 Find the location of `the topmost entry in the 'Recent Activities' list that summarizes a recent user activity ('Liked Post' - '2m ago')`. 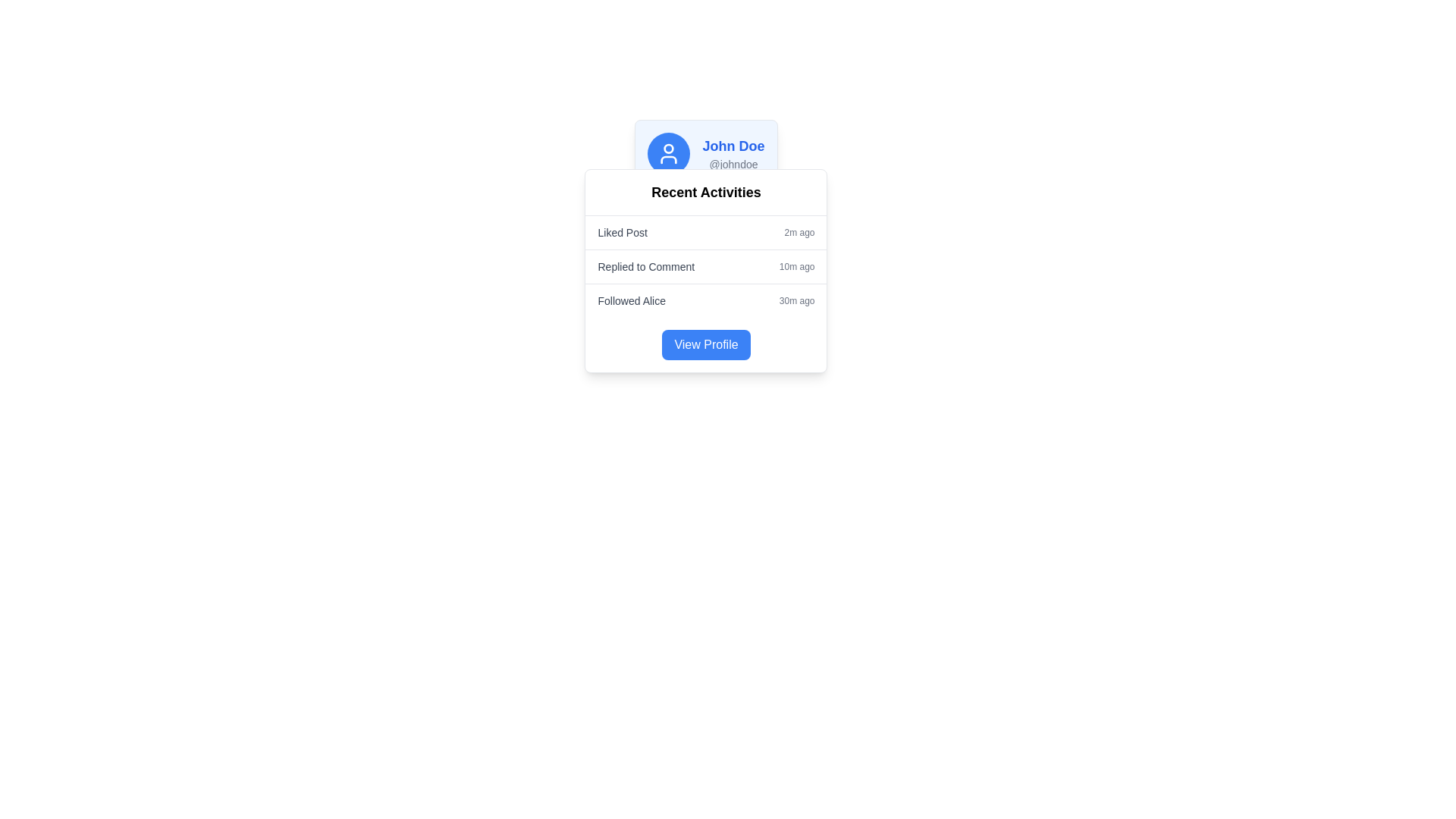

the topmost entry in the 'Recent Activities' list that summarizes a recent user activity ('Liked Post' - '2m ago') is located at coordinates (705, 233).